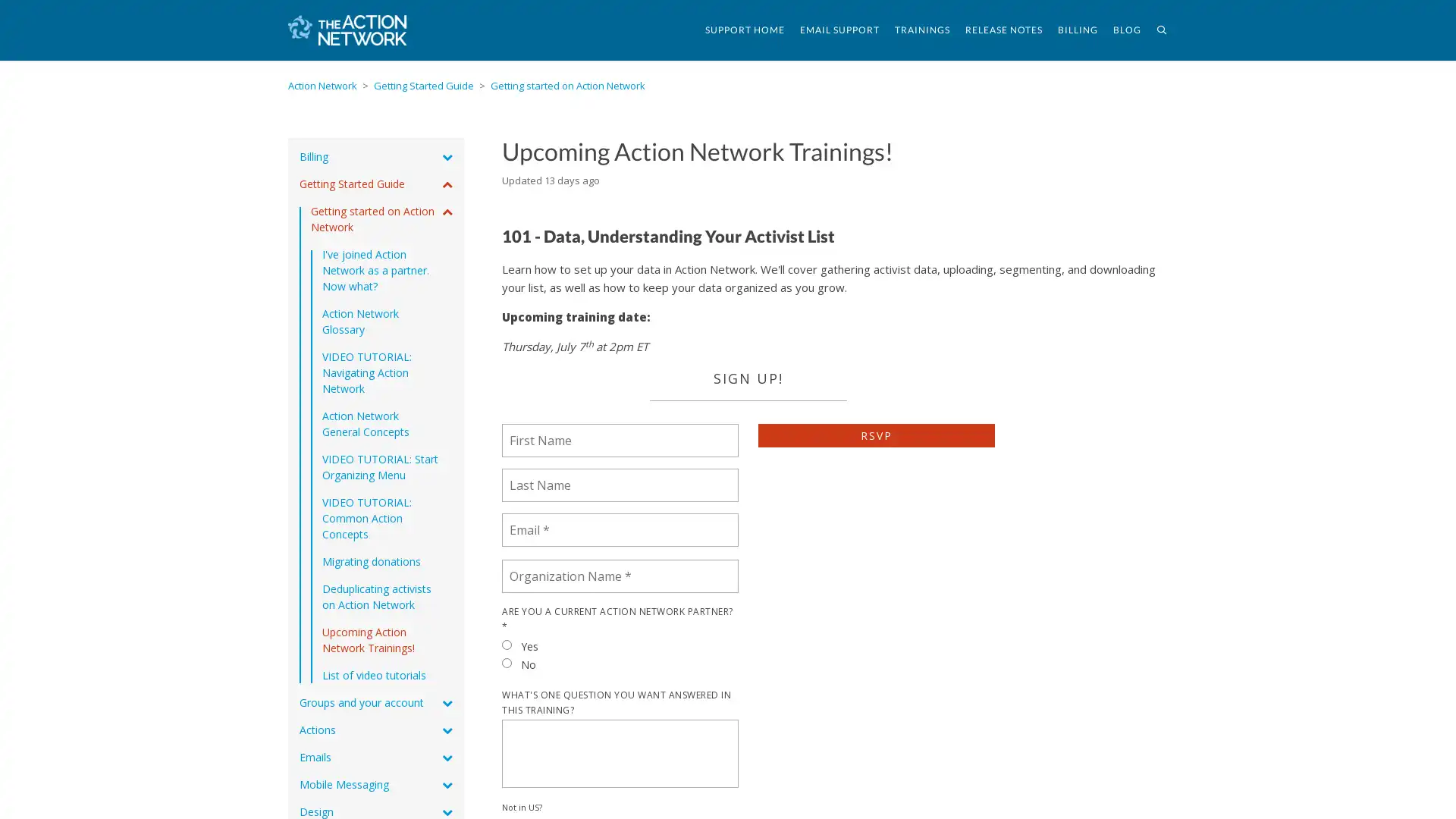 The height and width of the screenshot is (819, 1456). Describe the element at coordinates (877, 435) in the screenshot. I see `RSVP` at that location.